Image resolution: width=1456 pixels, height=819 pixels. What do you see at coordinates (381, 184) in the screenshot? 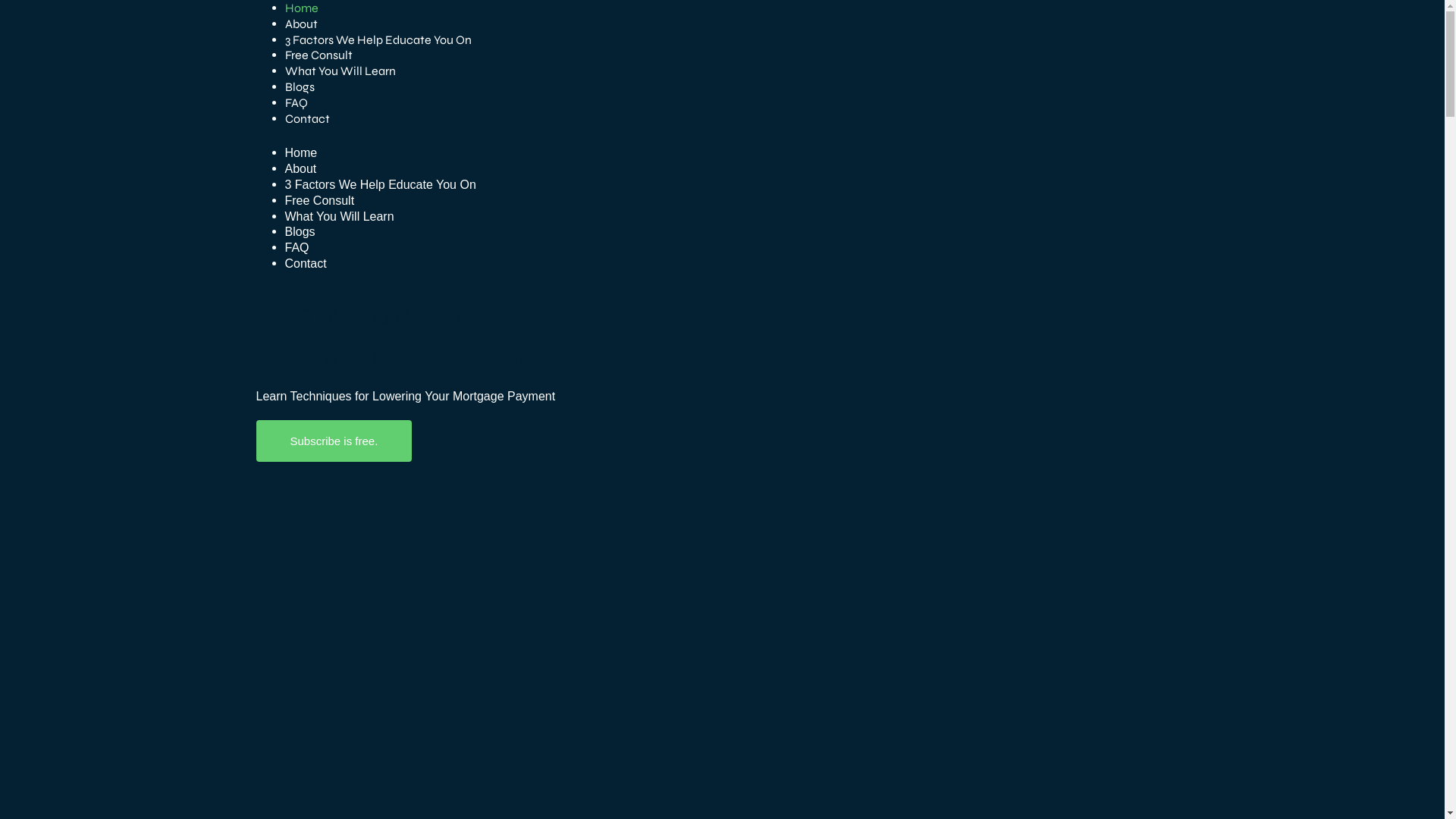
I see `'3 Factors We Help Educate You On'` at bounding box center [381, 184].